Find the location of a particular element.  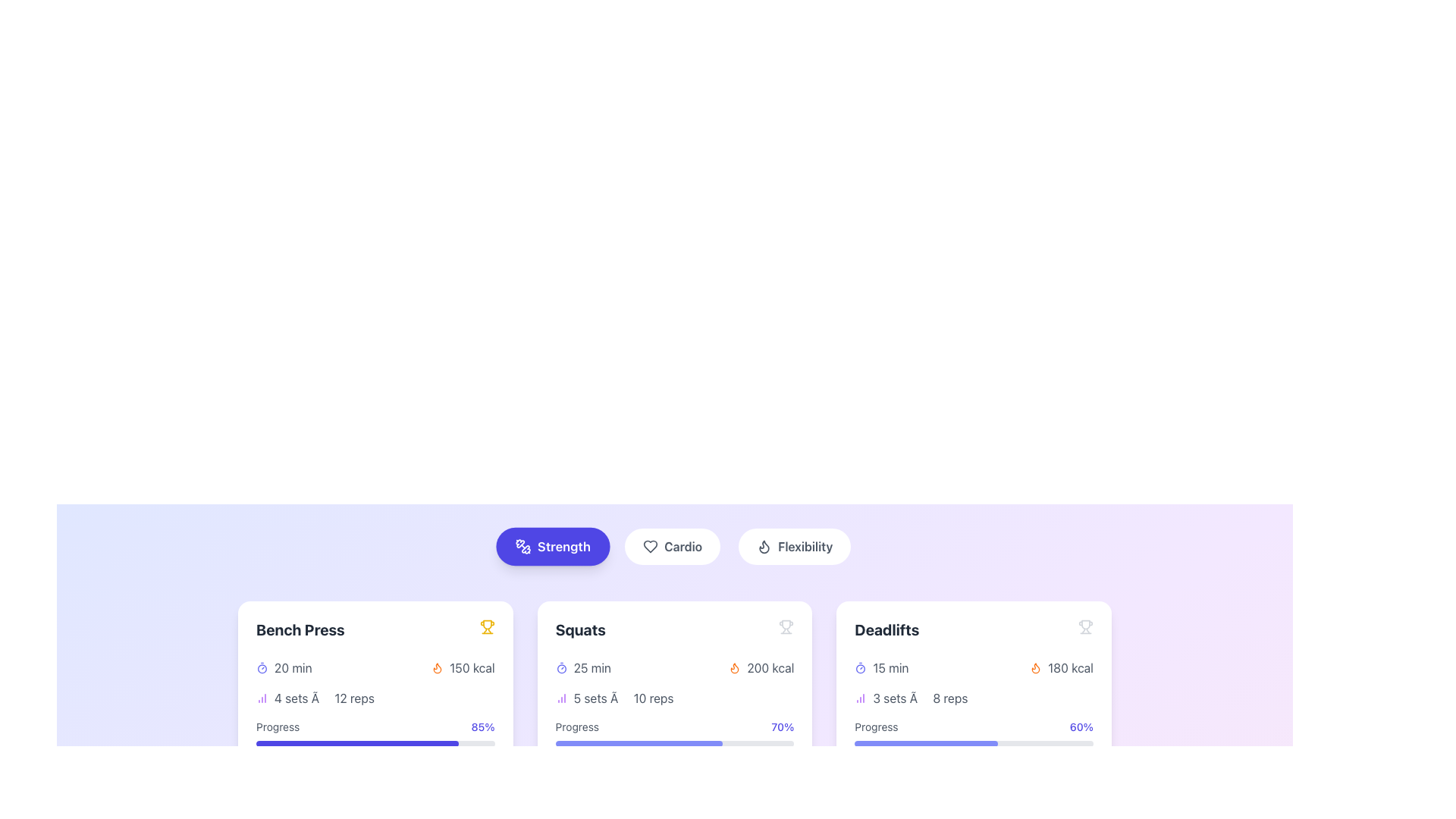

value displayed in the text label showing '70%' next to the 'Progress' indicator in the Squats card is located at coordinates (783, 726).